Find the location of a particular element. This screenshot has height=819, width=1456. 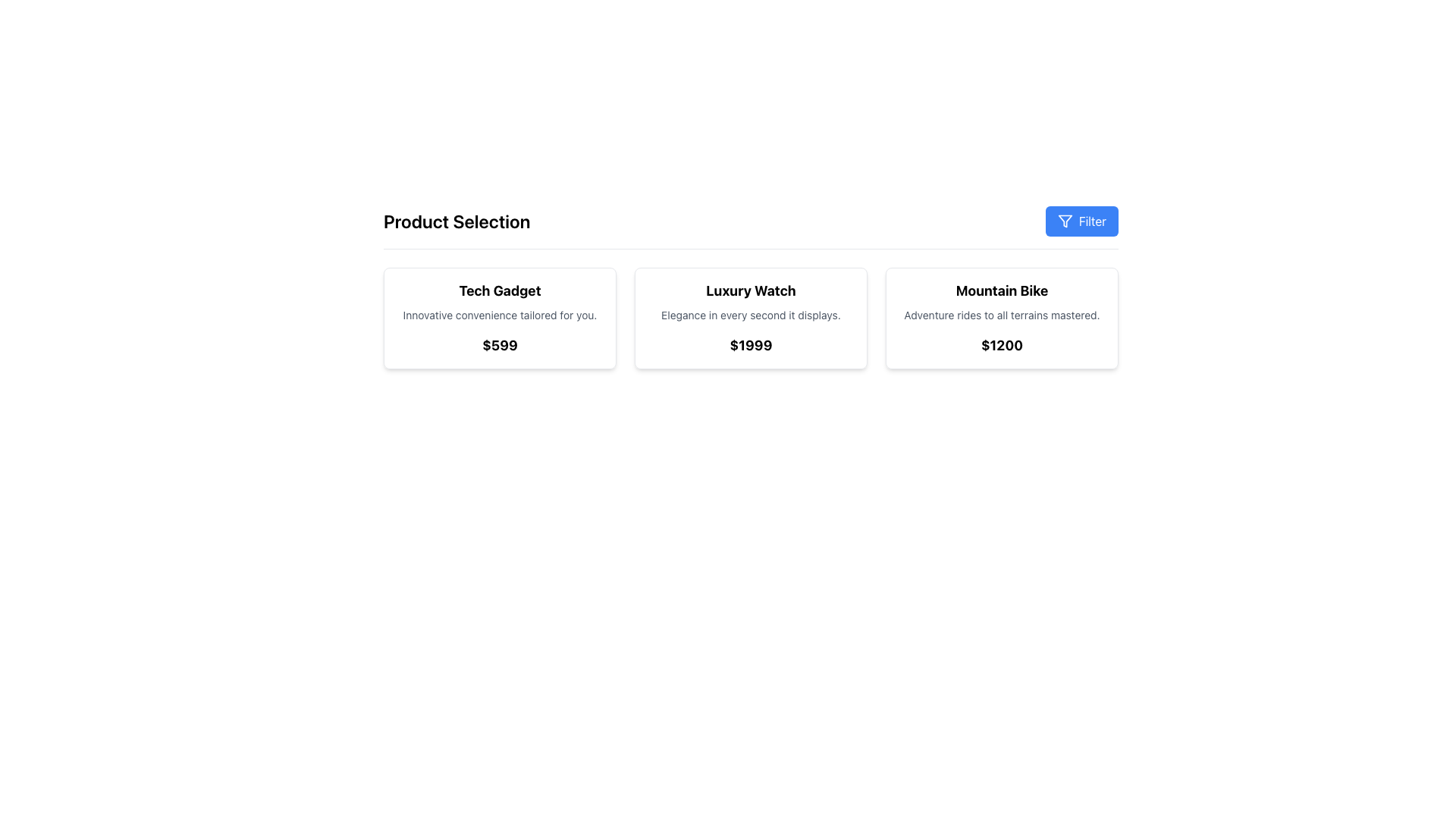

the display card for the 'Luxury Watch' product, which is the second card in a three-column grid layout is located at coordinates (751, 318).